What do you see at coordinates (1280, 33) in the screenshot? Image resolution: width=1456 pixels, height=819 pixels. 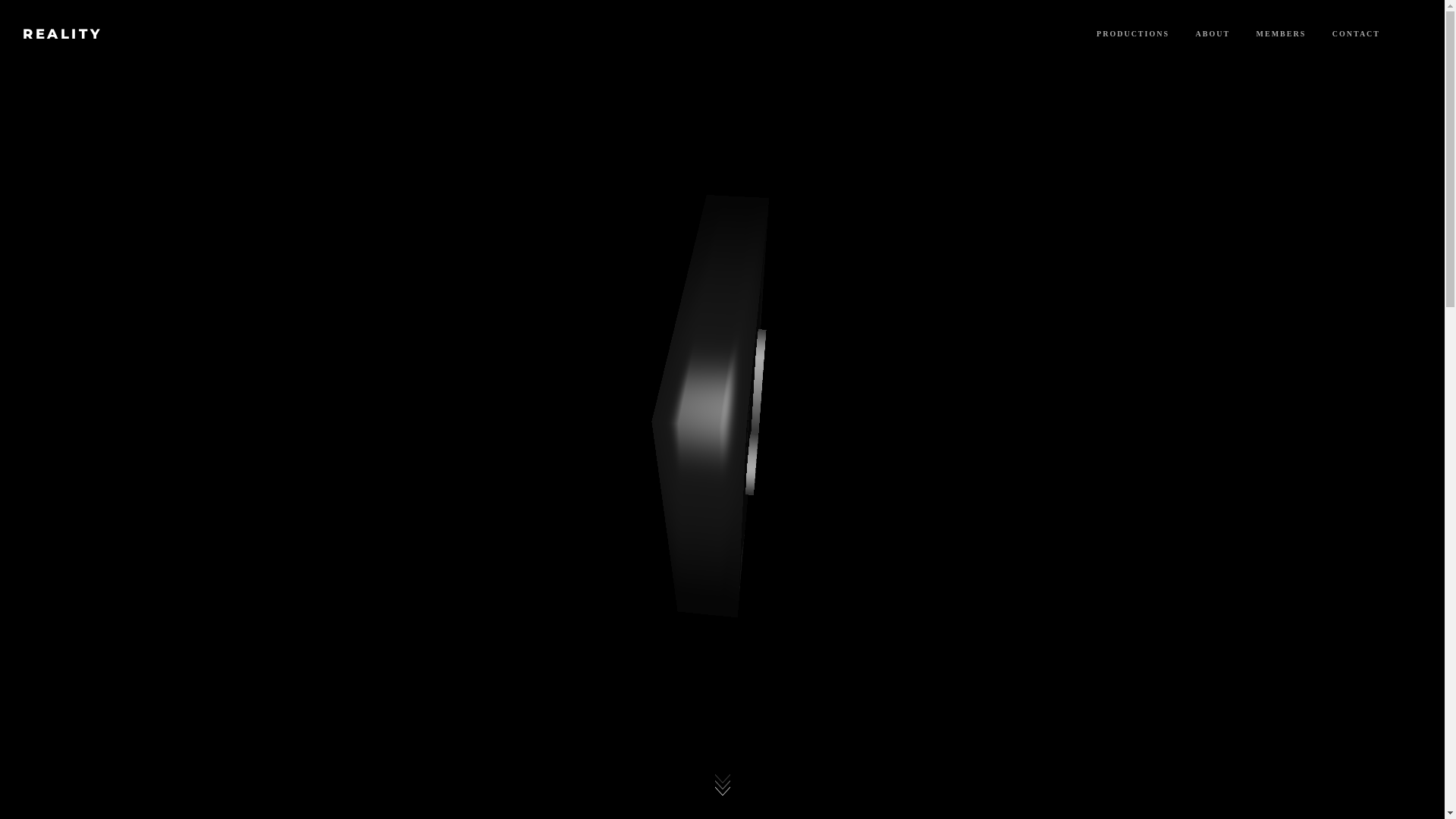 I see `'MEMBERS'` at bounding box center [1280, 33].